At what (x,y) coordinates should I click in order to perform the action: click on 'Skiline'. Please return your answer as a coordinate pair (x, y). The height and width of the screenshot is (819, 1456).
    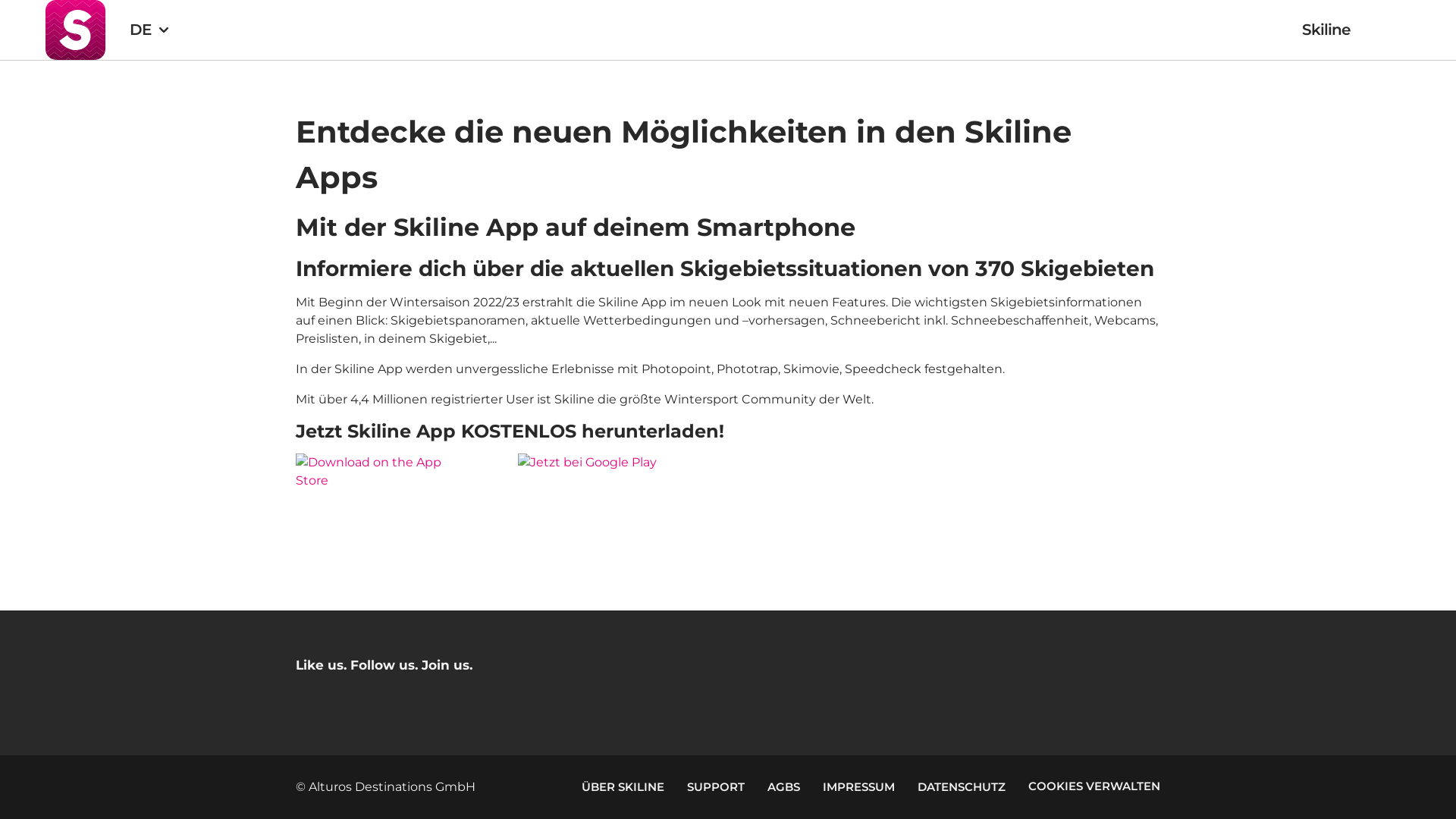
    Looking at the image, I should click on (1286, 30).